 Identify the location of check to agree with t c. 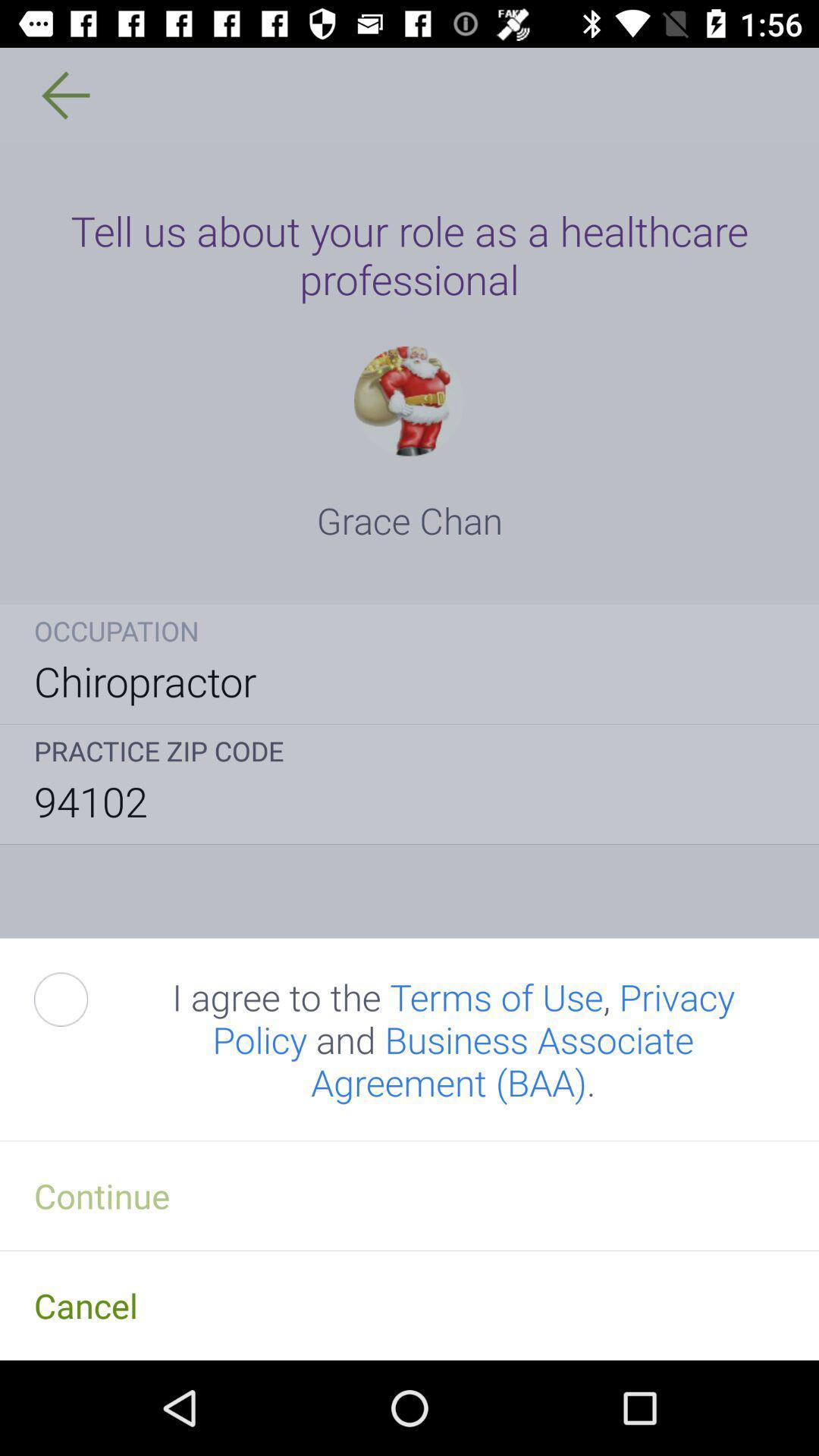
(78, 999).